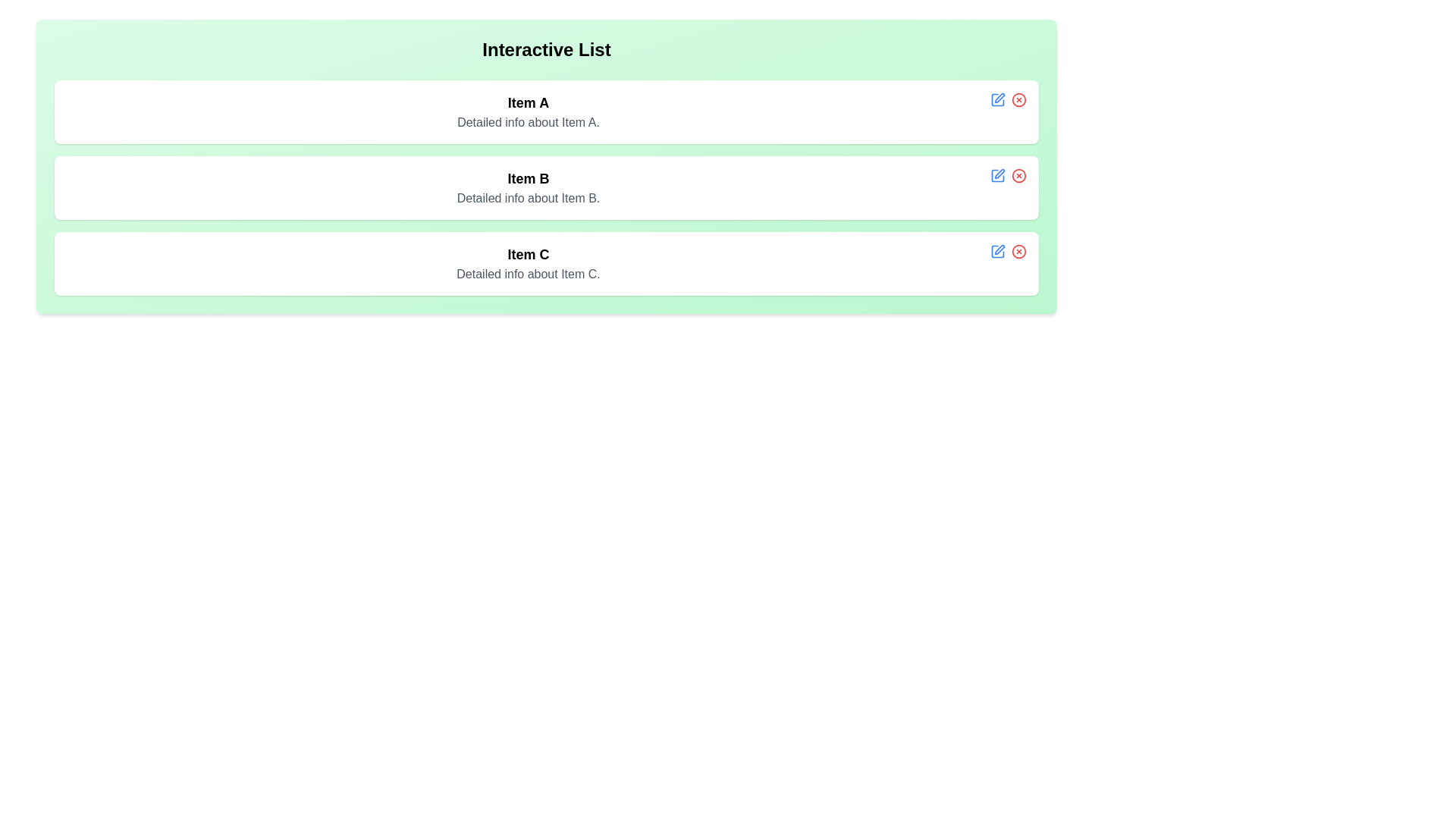 This screenshot has width=1456, height=819. I want to click on the circular red 'X' button with a minimalist design located to the right of 'Item B', so click(1019, 174).